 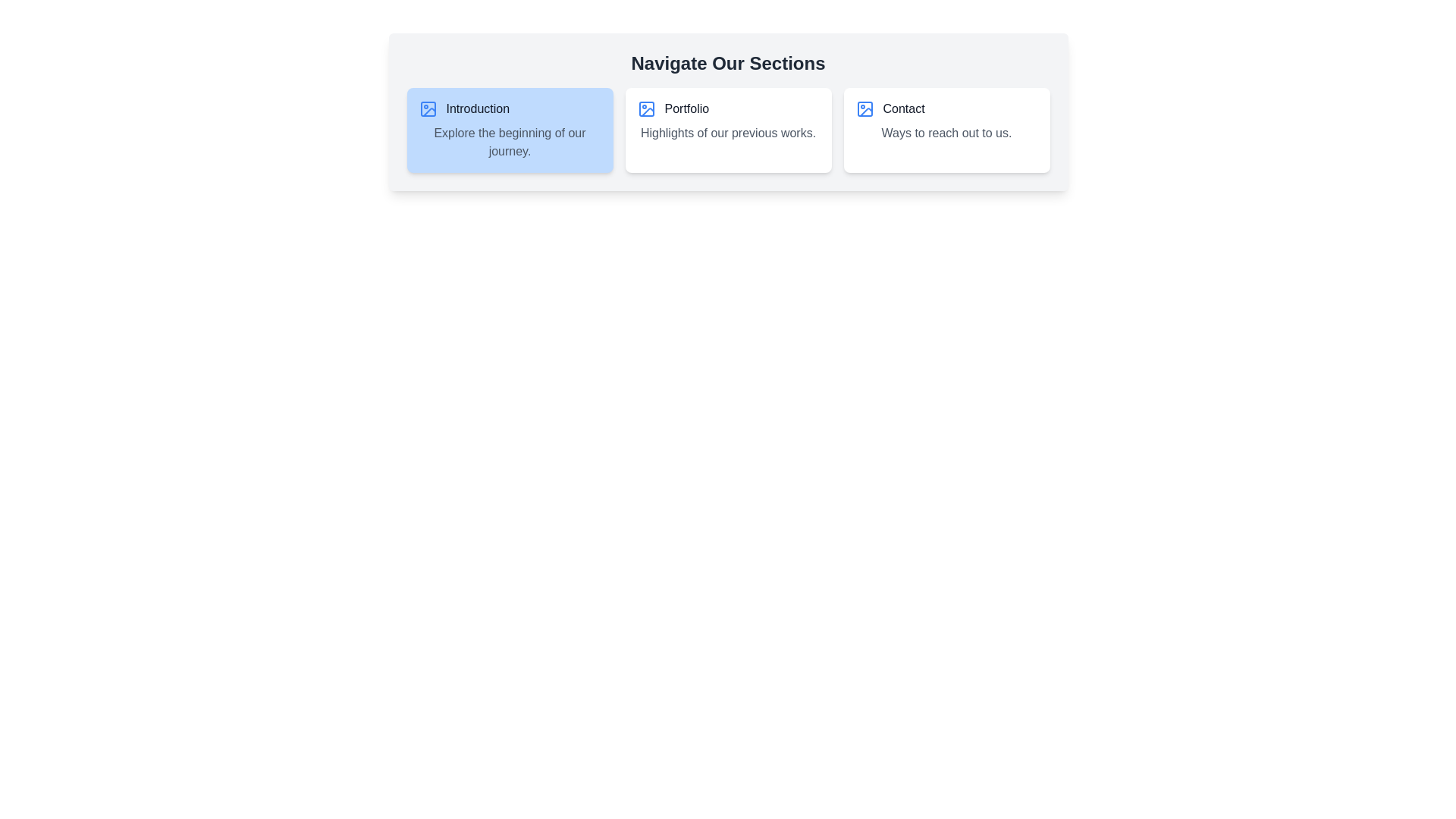 What do you see at coordinates (864, 108) in the screenshot?
I see `the blue icon resembling a simplistic image frame with a circle inside it, located within the 'Contact' card section, to the left of the text 'Contact'` at bounding box center [864, 108].